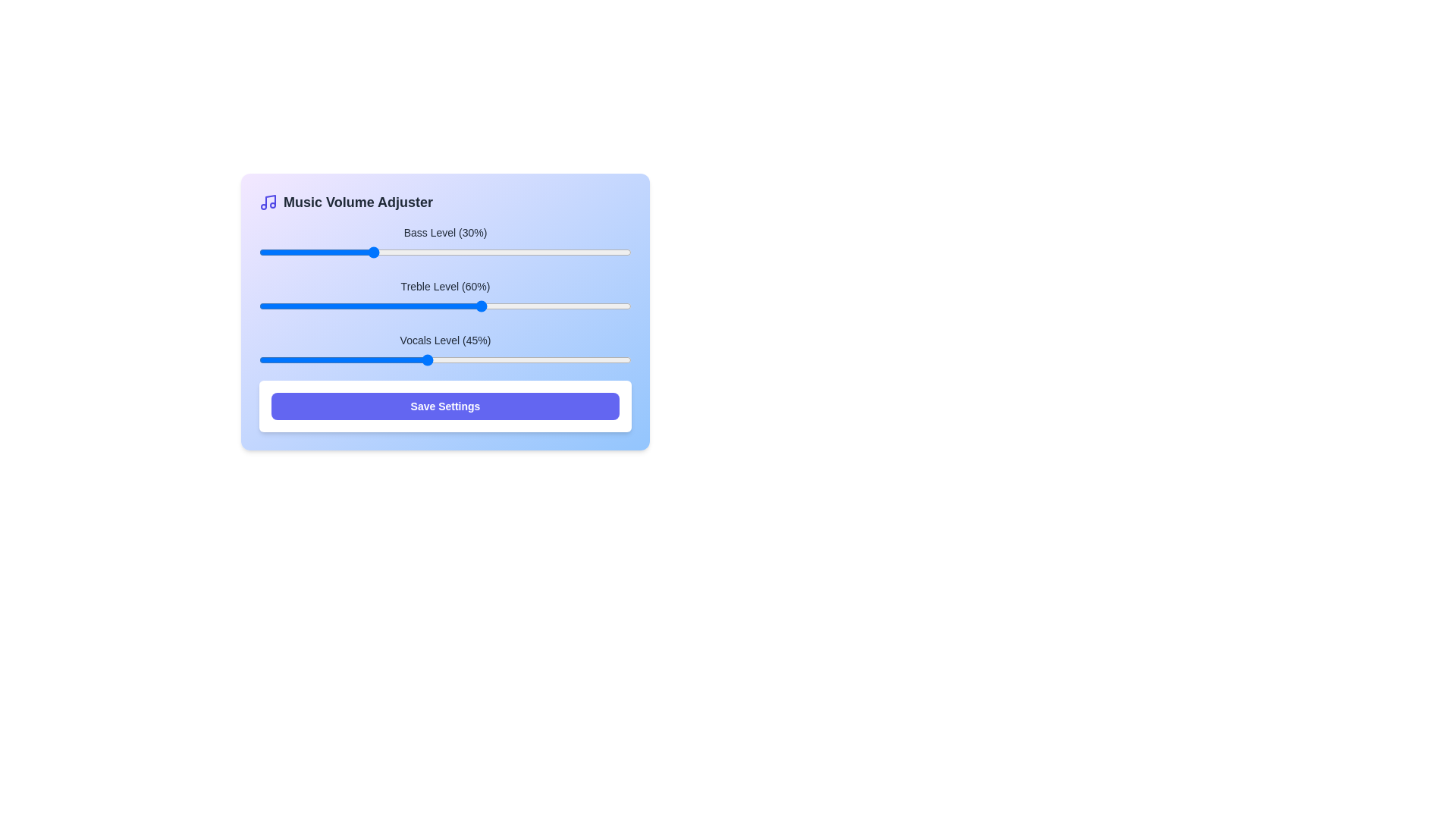  I want to click on the bass level, so click(293, 251).